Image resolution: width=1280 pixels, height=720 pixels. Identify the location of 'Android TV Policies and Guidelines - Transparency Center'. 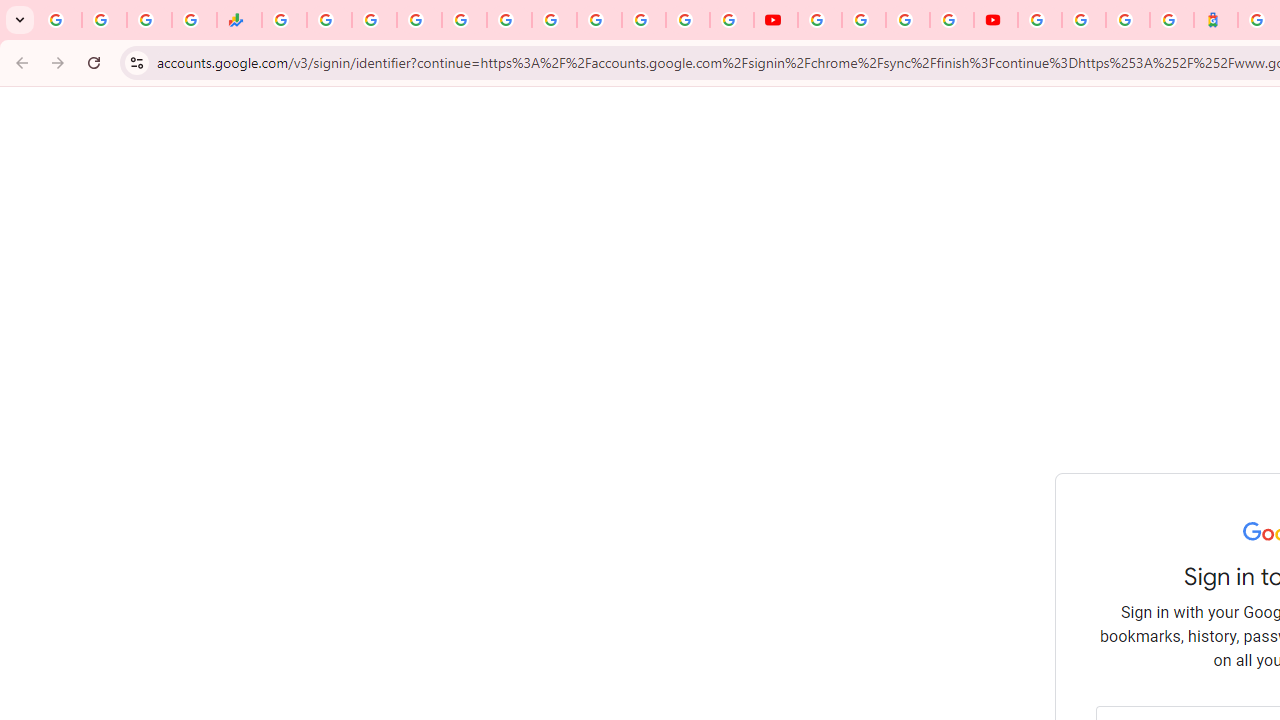
(554, 20).